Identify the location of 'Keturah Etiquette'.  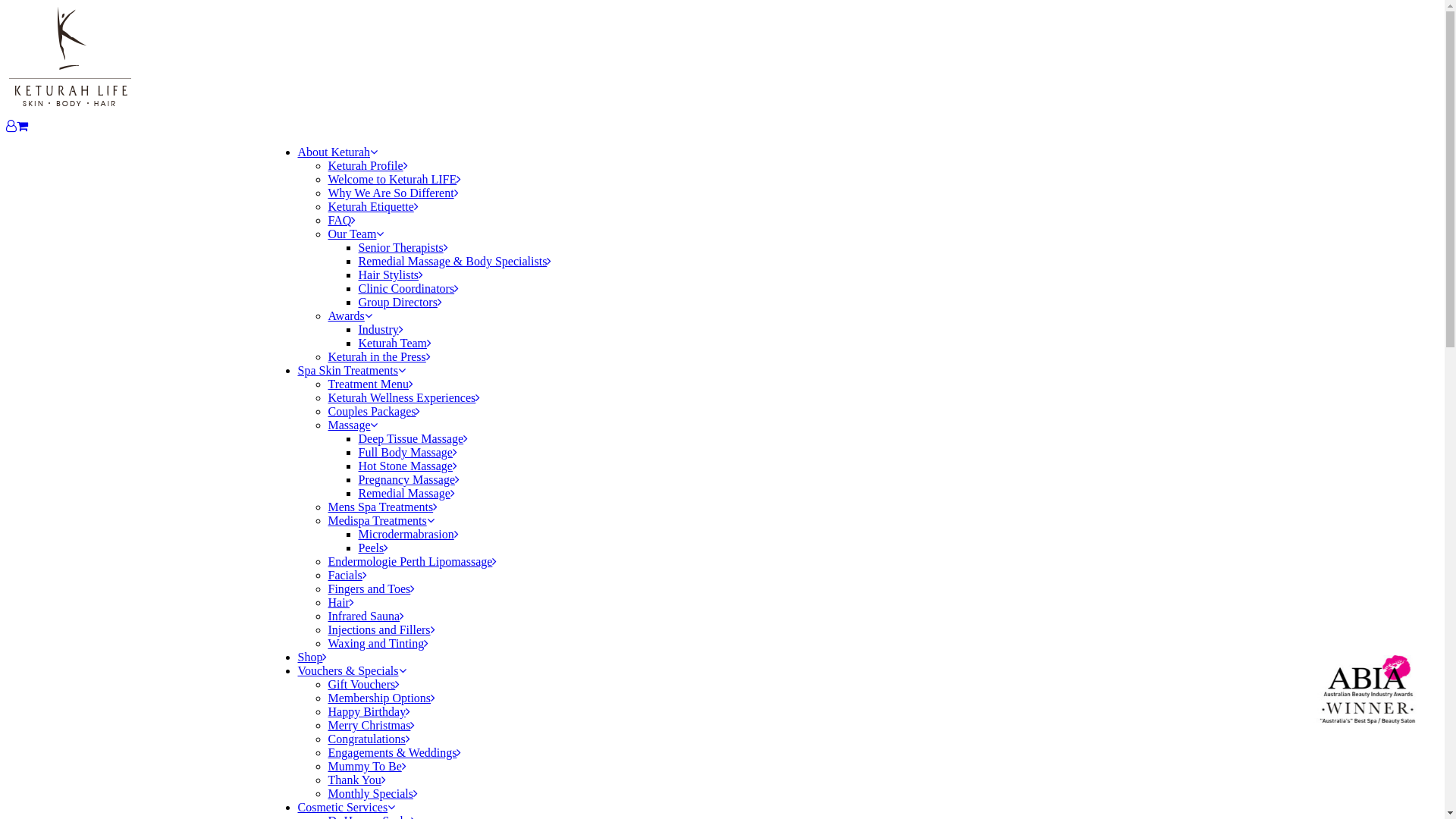
(372, 206).